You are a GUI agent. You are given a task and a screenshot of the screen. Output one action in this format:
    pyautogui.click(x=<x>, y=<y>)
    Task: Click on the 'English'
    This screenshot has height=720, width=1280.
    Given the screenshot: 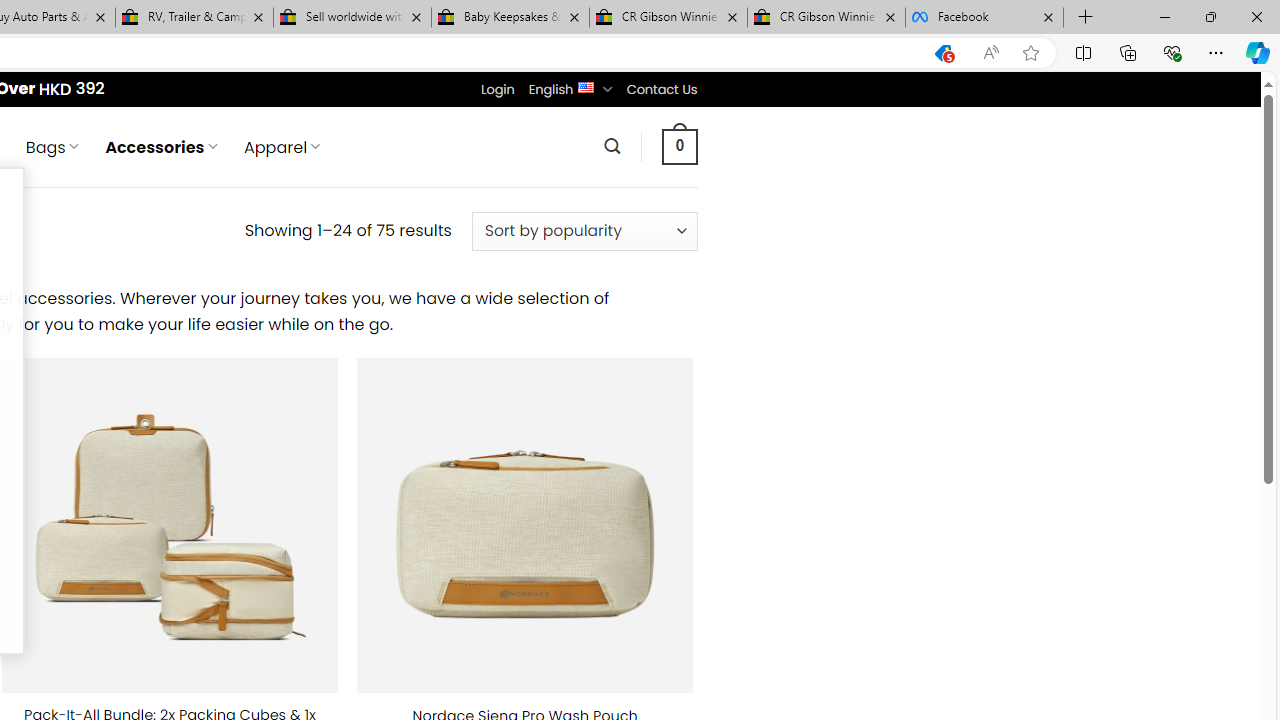 What is the action you would take?
    pyautogui.click(x=585, y=85)
    